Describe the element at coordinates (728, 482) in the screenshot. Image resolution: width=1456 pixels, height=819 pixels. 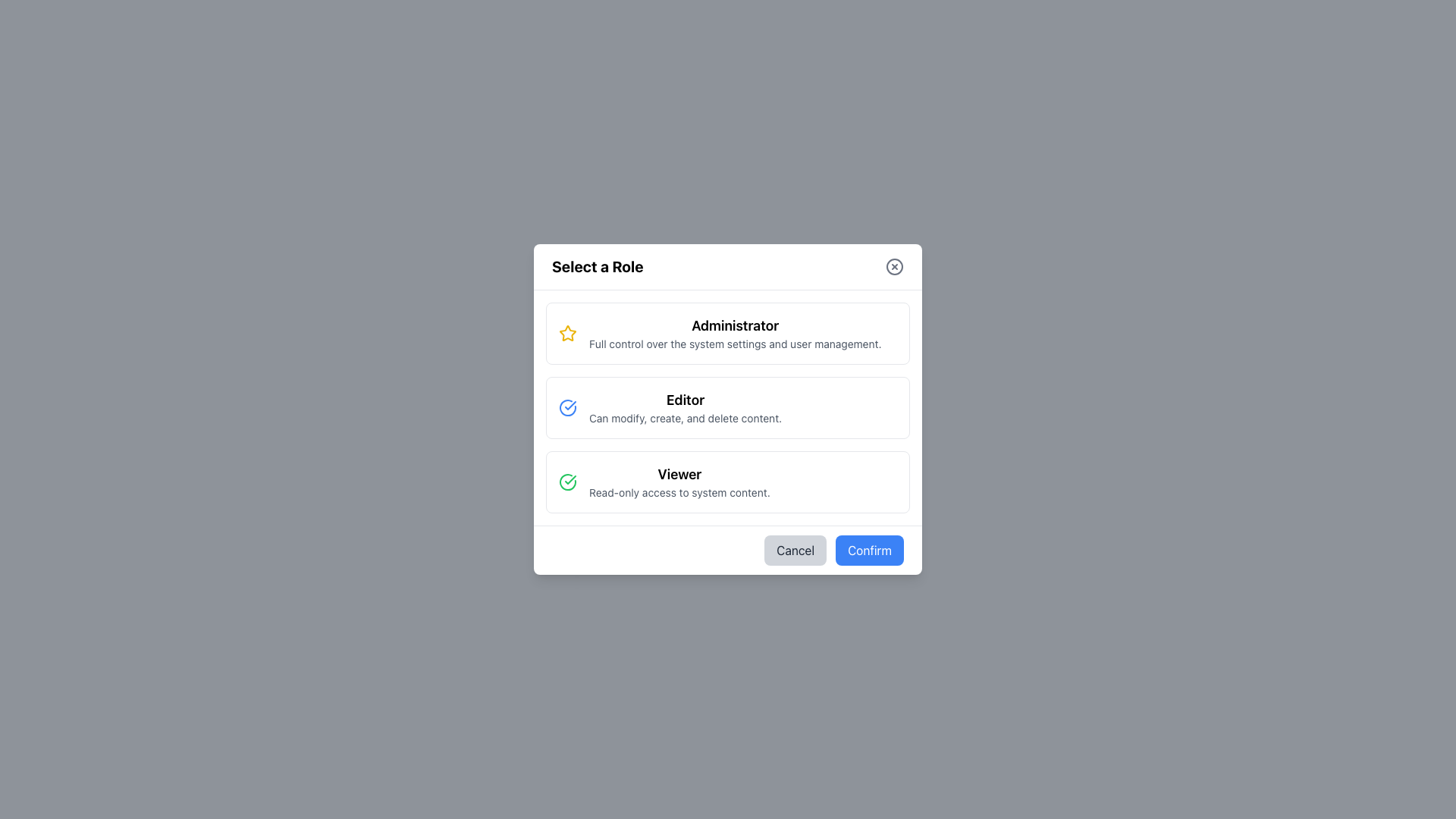
I see `the third List Item in the 'Select a Role' dialog box` at that location.